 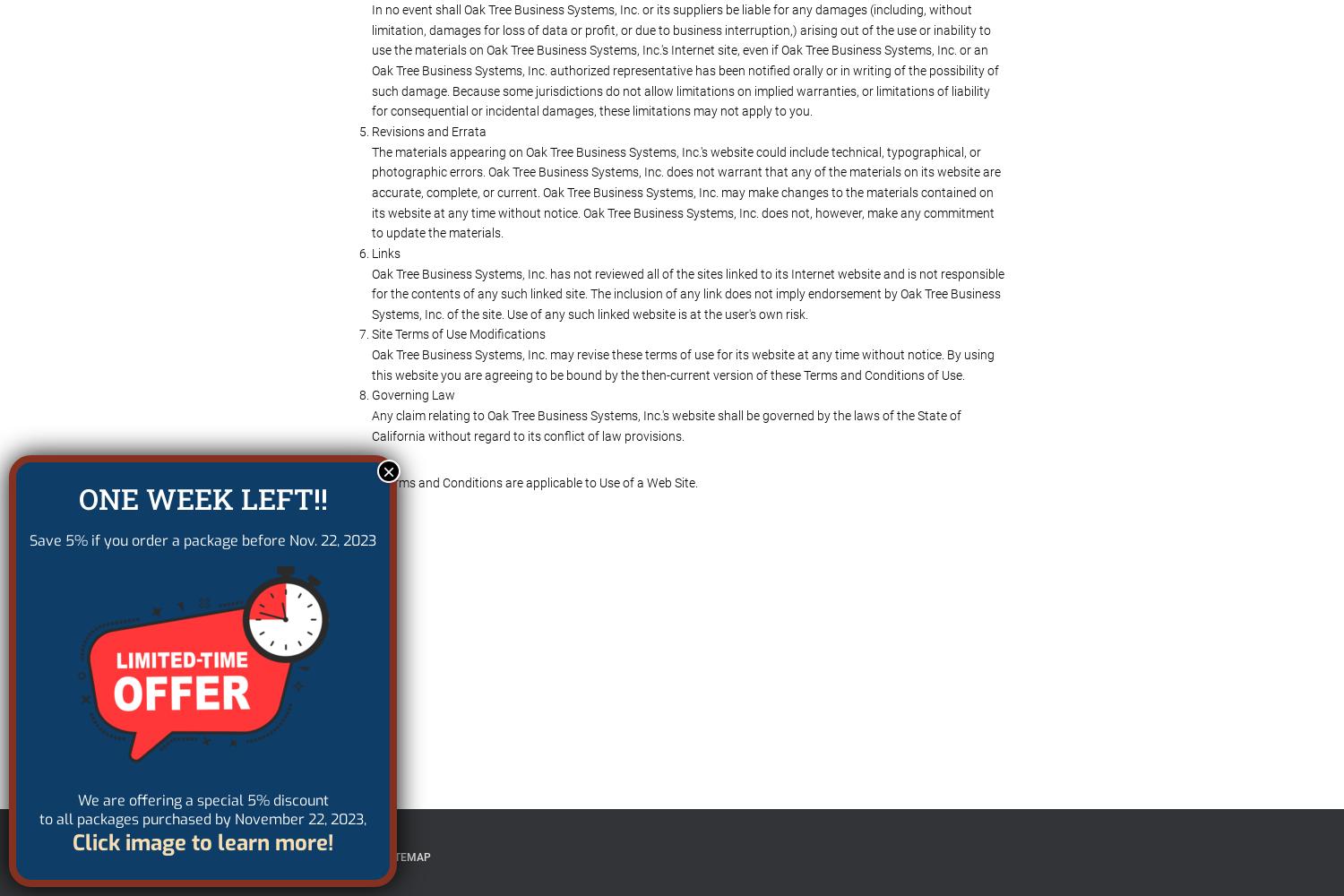 I want to click on 'In no event shall Oak Tree Business Systems, Inc. or its suppliers be liable for any damages (including, without limitation, damages for loss of data or profit, or due to business interruption,) arising out of the use or inability to use the materials on Oak Tree Business Systems, Inc.'s Internet site, even if Oak Tree Business Systems, Inc. or an Oak Tree Business Systems, Inc. authorized representative has been notified orally or in writing of the possibility of such damage. Because some jurisdictions do not allow limitations on implied warranties, or limitations of liability for consequential or incidental damages, these limitations may not apply to you.', so click(x=685, y=59).